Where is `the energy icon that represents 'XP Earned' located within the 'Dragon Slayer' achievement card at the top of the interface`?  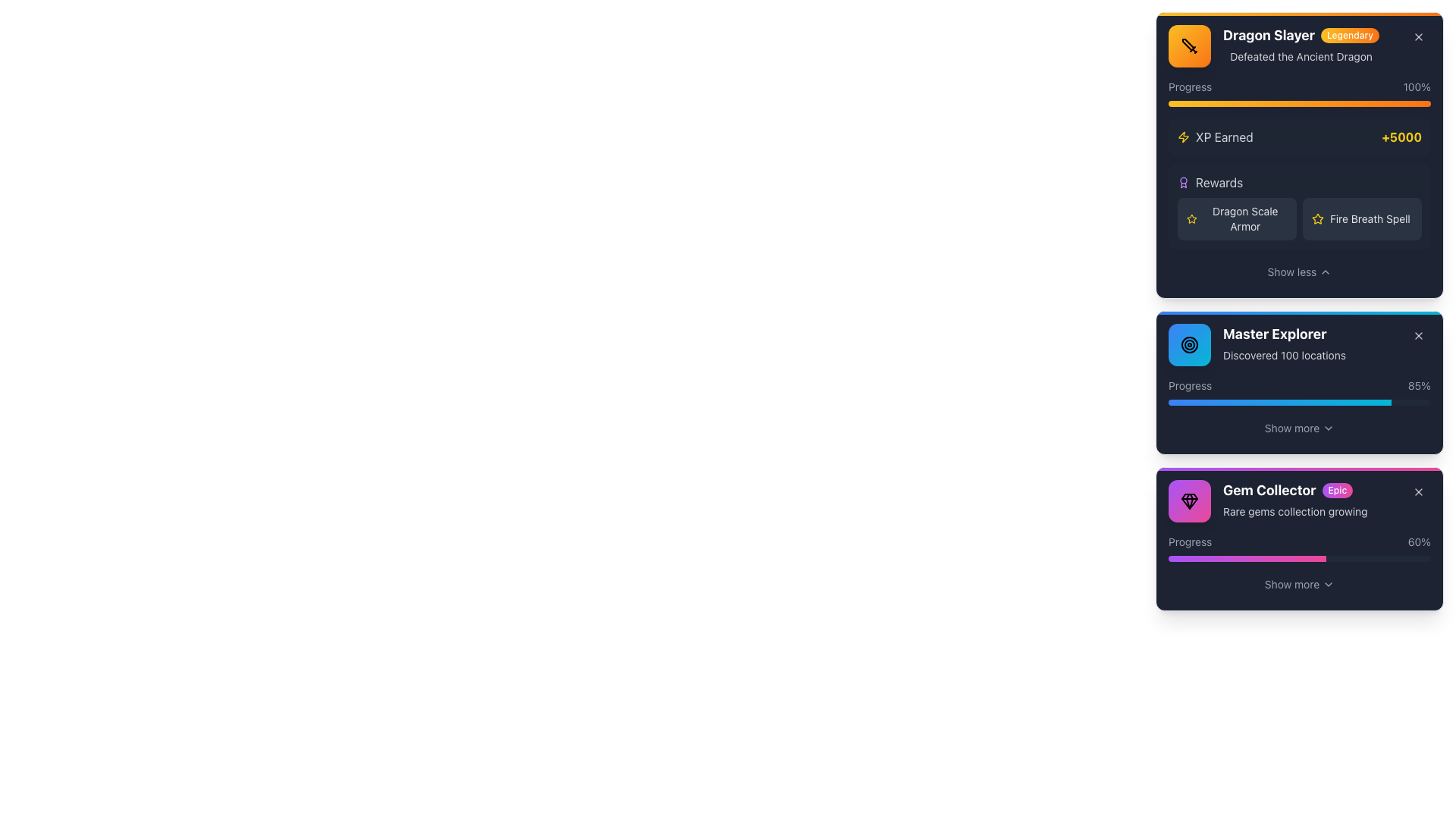 the energy icon that represents 'XP Earned' located within the 'Dragon Slayer' achievement card at the top of the interface is located at coordinates (1182, 137).